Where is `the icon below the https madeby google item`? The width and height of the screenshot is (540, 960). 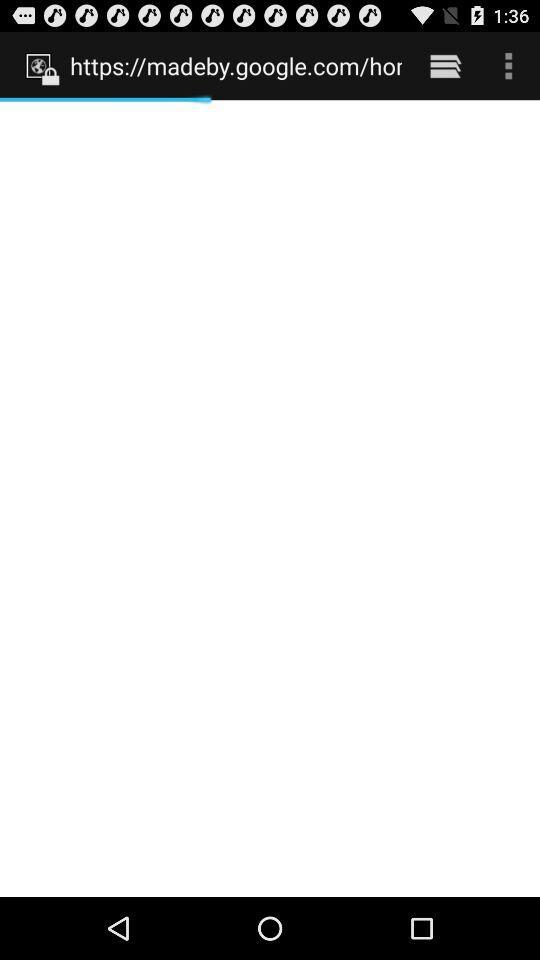
the icon below the https madeby google item is located at coordinates (270, 497).